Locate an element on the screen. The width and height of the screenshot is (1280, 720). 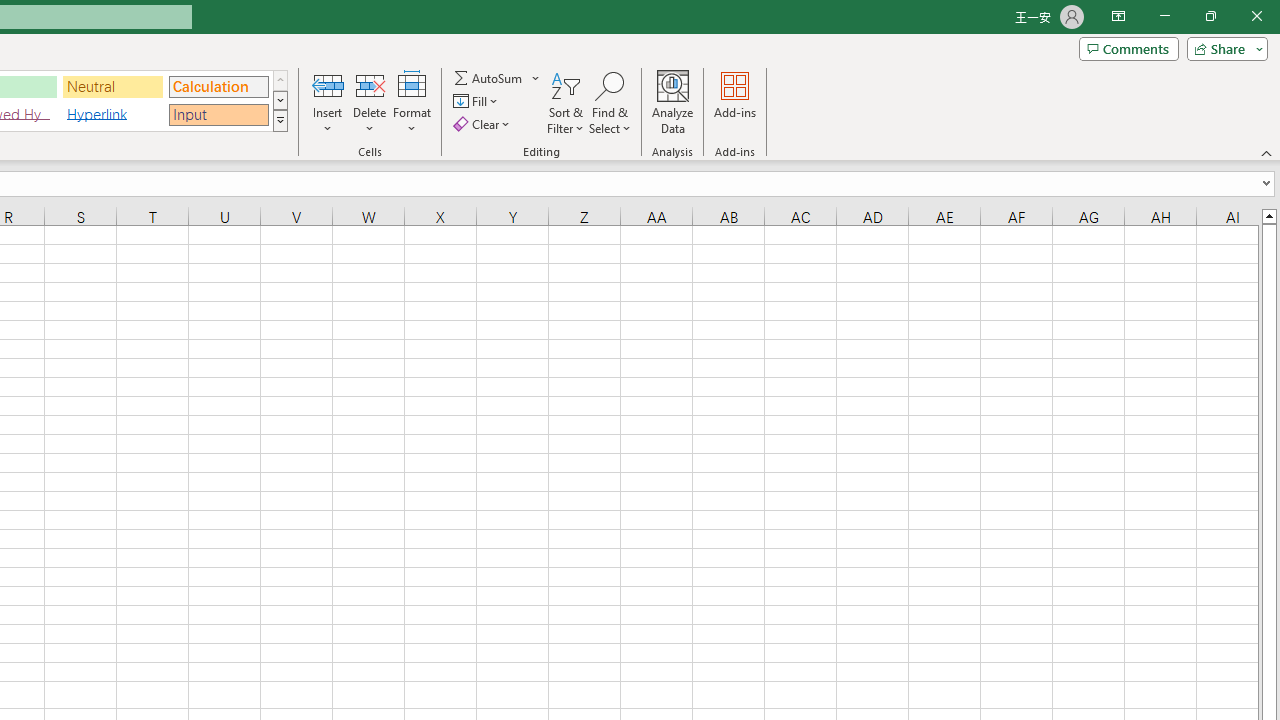
'Input' is located at coordinates (218, 114).